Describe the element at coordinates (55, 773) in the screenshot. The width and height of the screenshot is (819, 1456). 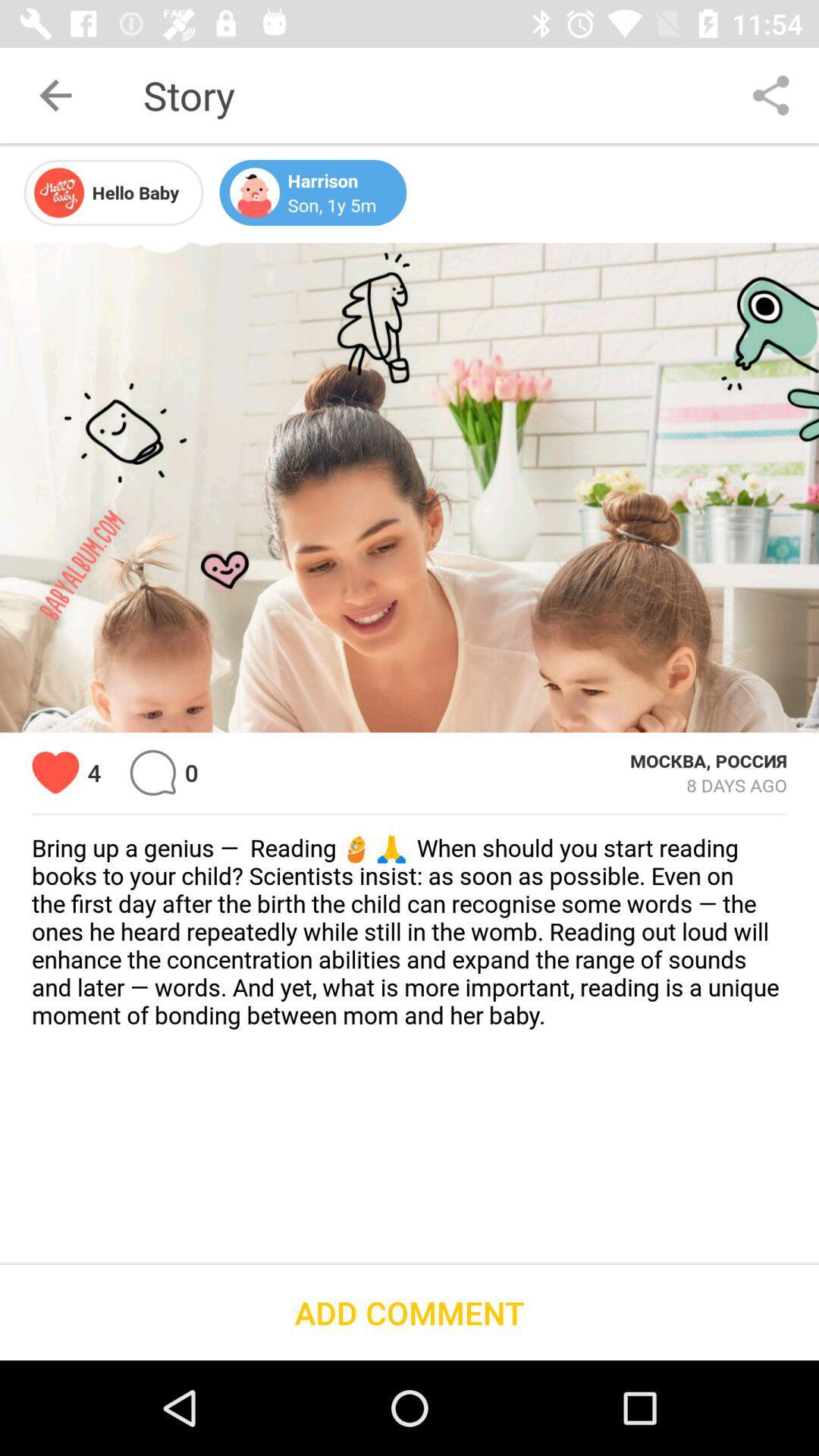
I see `the favorite icon` at that location.